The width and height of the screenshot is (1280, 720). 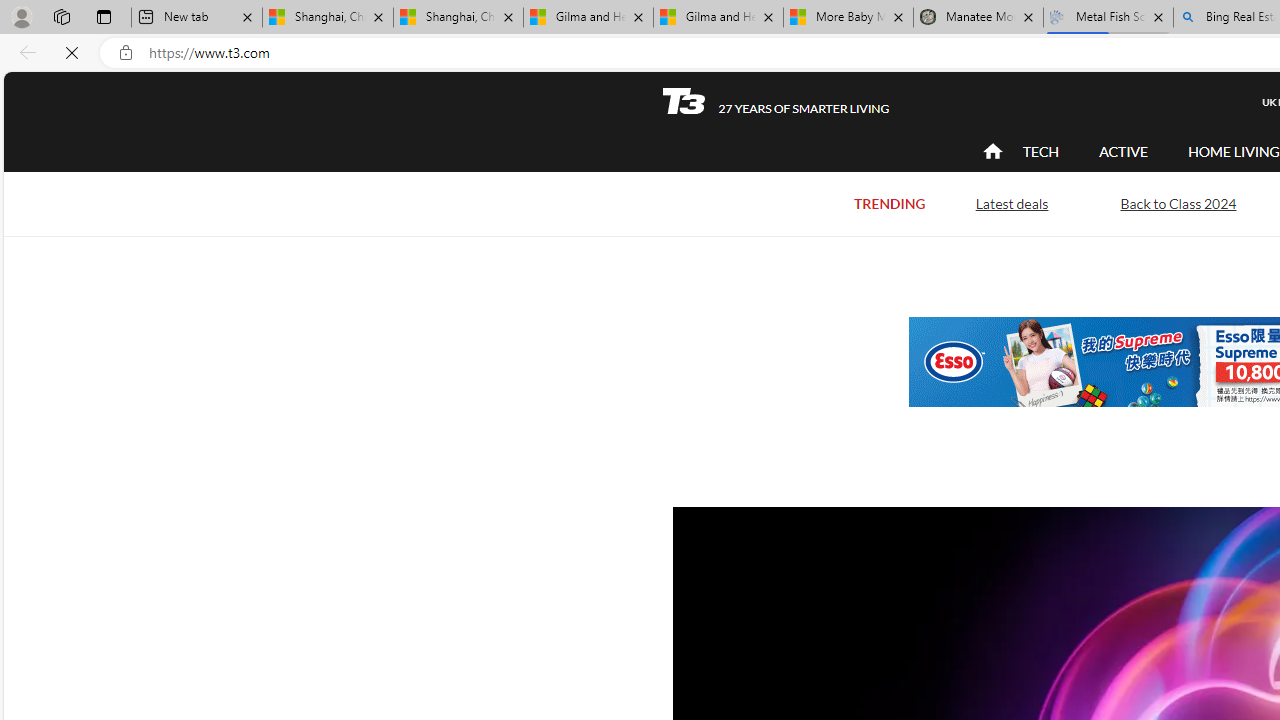 I want to click on 'Back to Class 2024', so click(x=1178, y=204).